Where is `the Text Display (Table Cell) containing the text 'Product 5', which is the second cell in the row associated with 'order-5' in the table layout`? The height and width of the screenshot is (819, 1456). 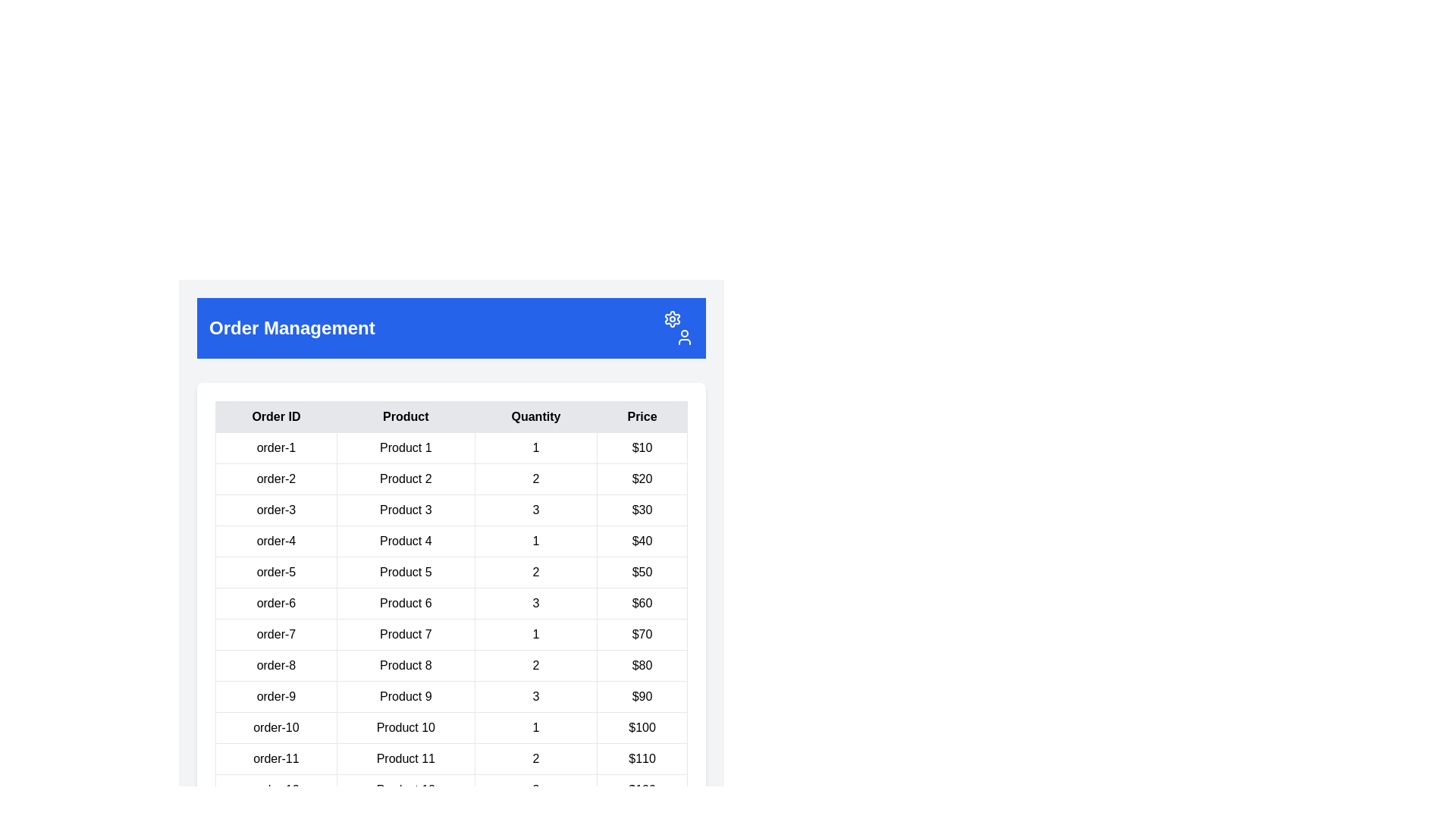 the Text Display (Table Cell) containing the text 'Product 5', which is the second cell in the row associated with 'order-5' in the table layout is located at coordinates (406, 573).